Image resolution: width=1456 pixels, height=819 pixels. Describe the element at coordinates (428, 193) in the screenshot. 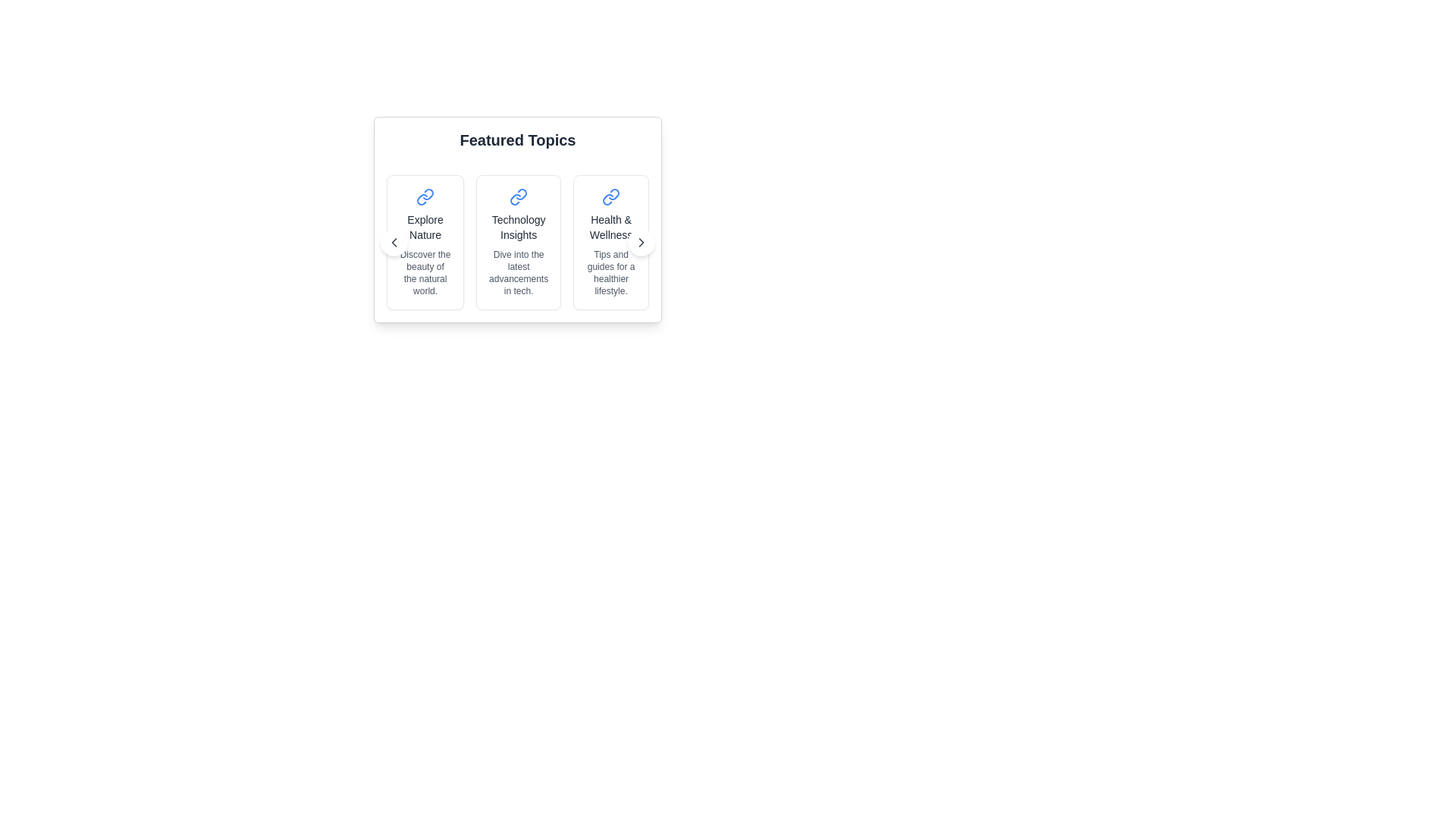

I see `the link icon located to the immediate left of the 'Explore Nature' title text within the first card of the 'Featured Topics' section` at that location.